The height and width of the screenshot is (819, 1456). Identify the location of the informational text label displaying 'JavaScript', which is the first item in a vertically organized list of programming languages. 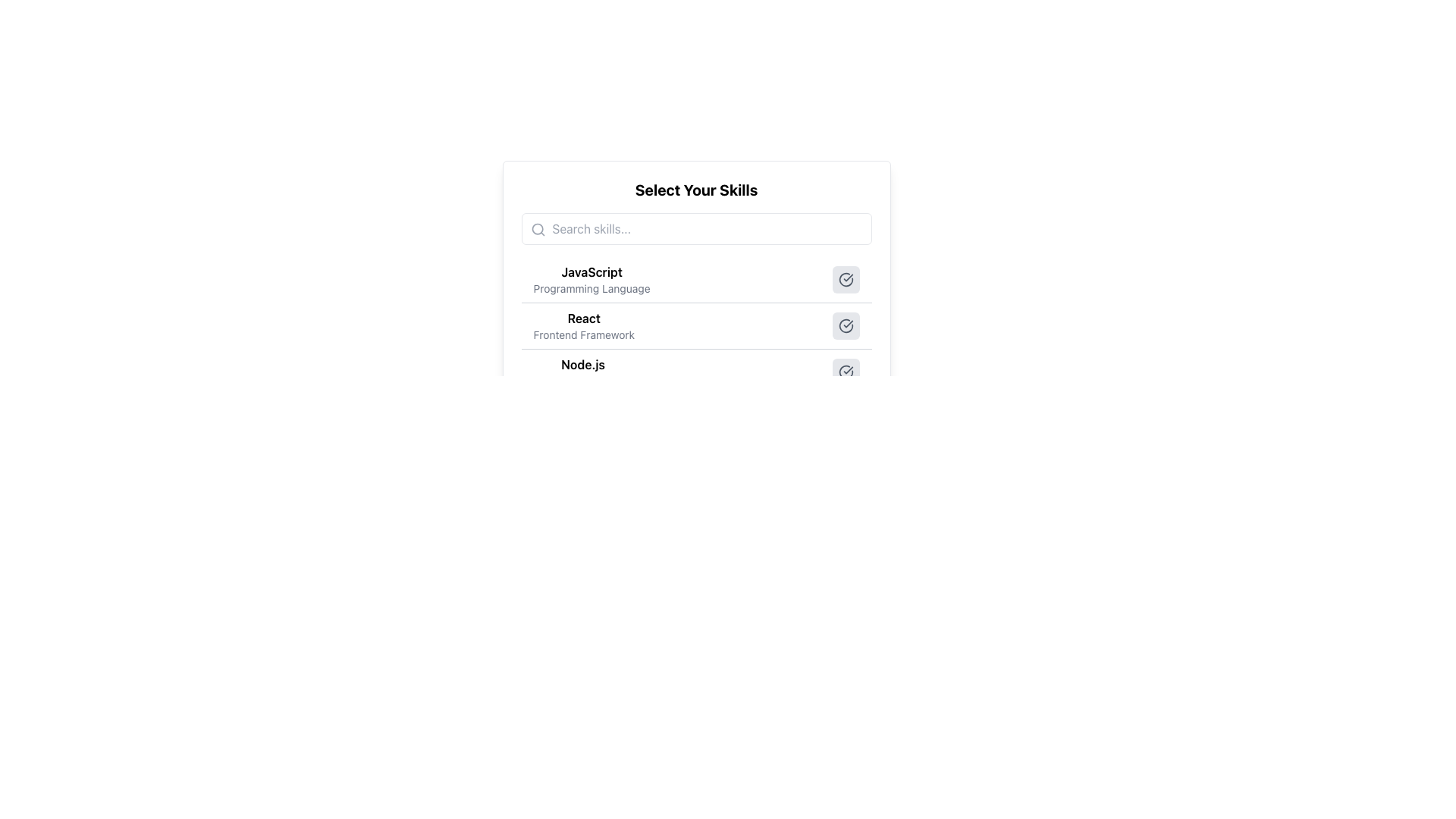
(591, 280).